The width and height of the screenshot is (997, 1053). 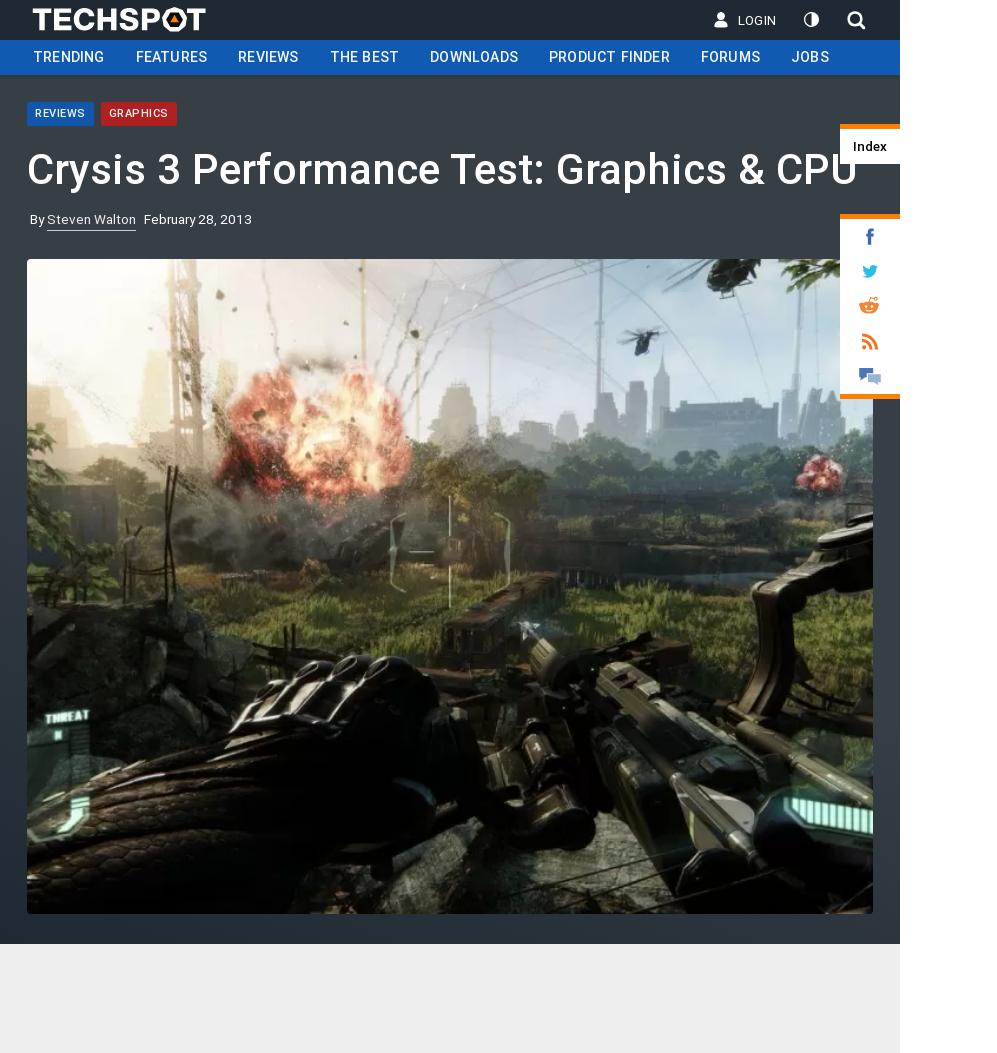 What do you see at coordinates (730, 55) in the screenshot?
I see `'Forums'` at bounding box center [730, 55].